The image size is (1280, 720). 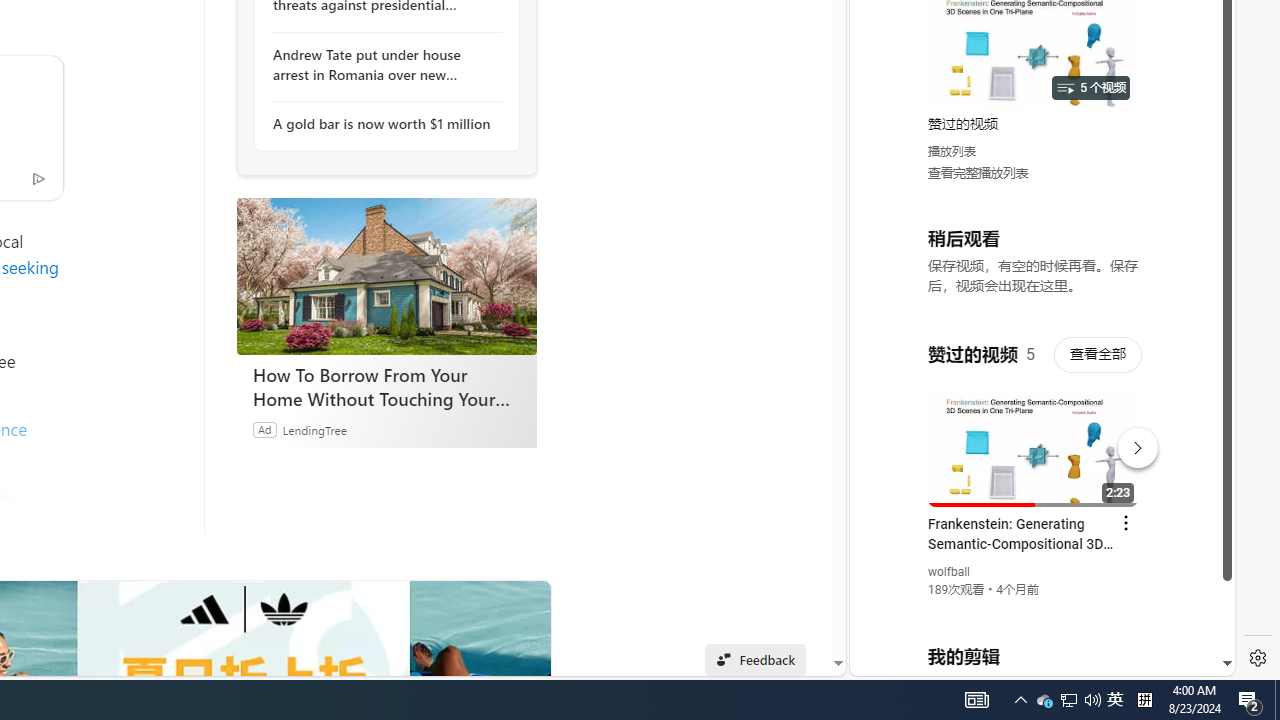 What do you see at coordinates (38, 176) in the screenshot?
I see `'Ad Choice'` at bounding box center [38, 176].